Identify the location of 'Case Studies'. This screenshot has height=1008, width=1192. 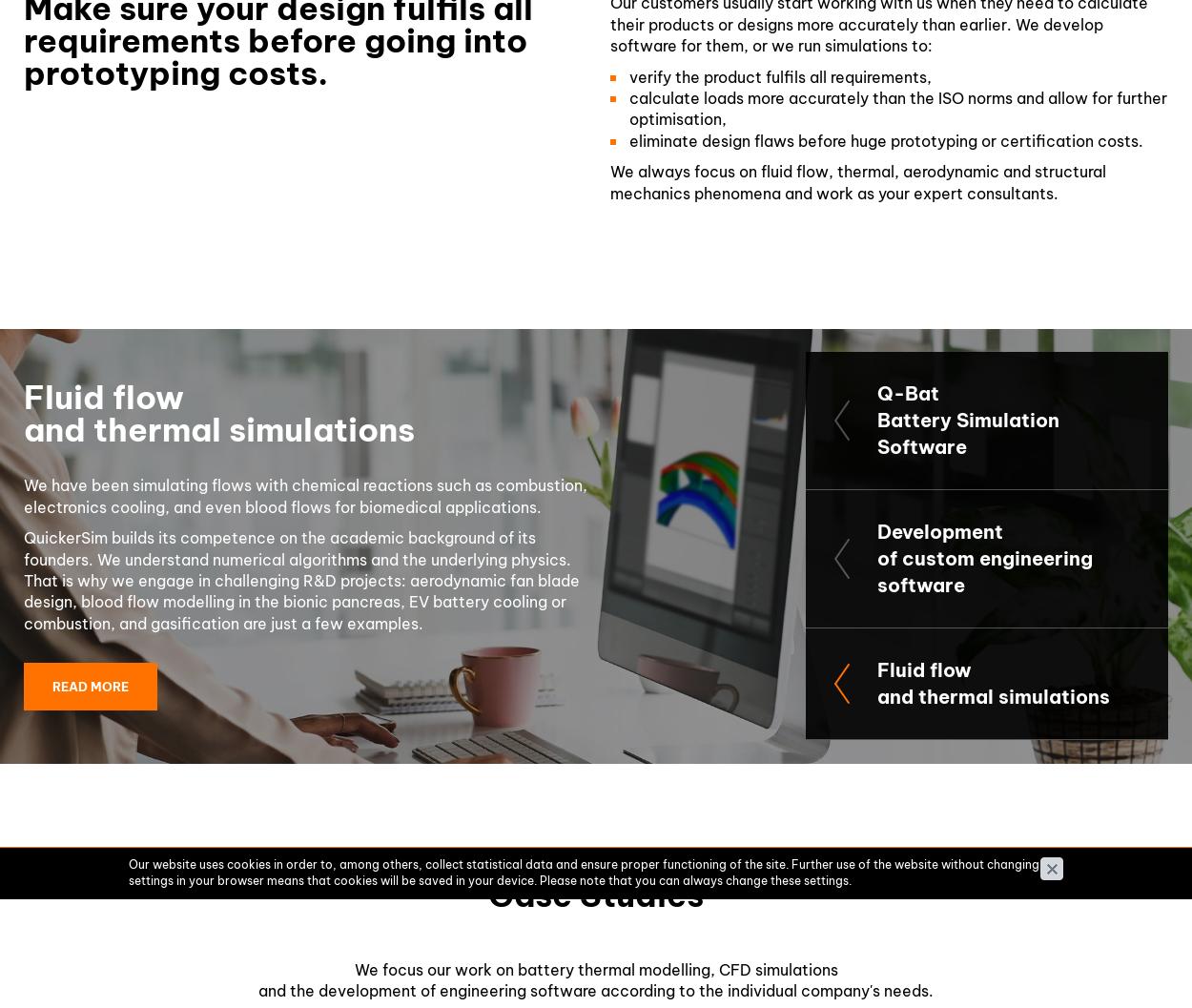
(596, 894).